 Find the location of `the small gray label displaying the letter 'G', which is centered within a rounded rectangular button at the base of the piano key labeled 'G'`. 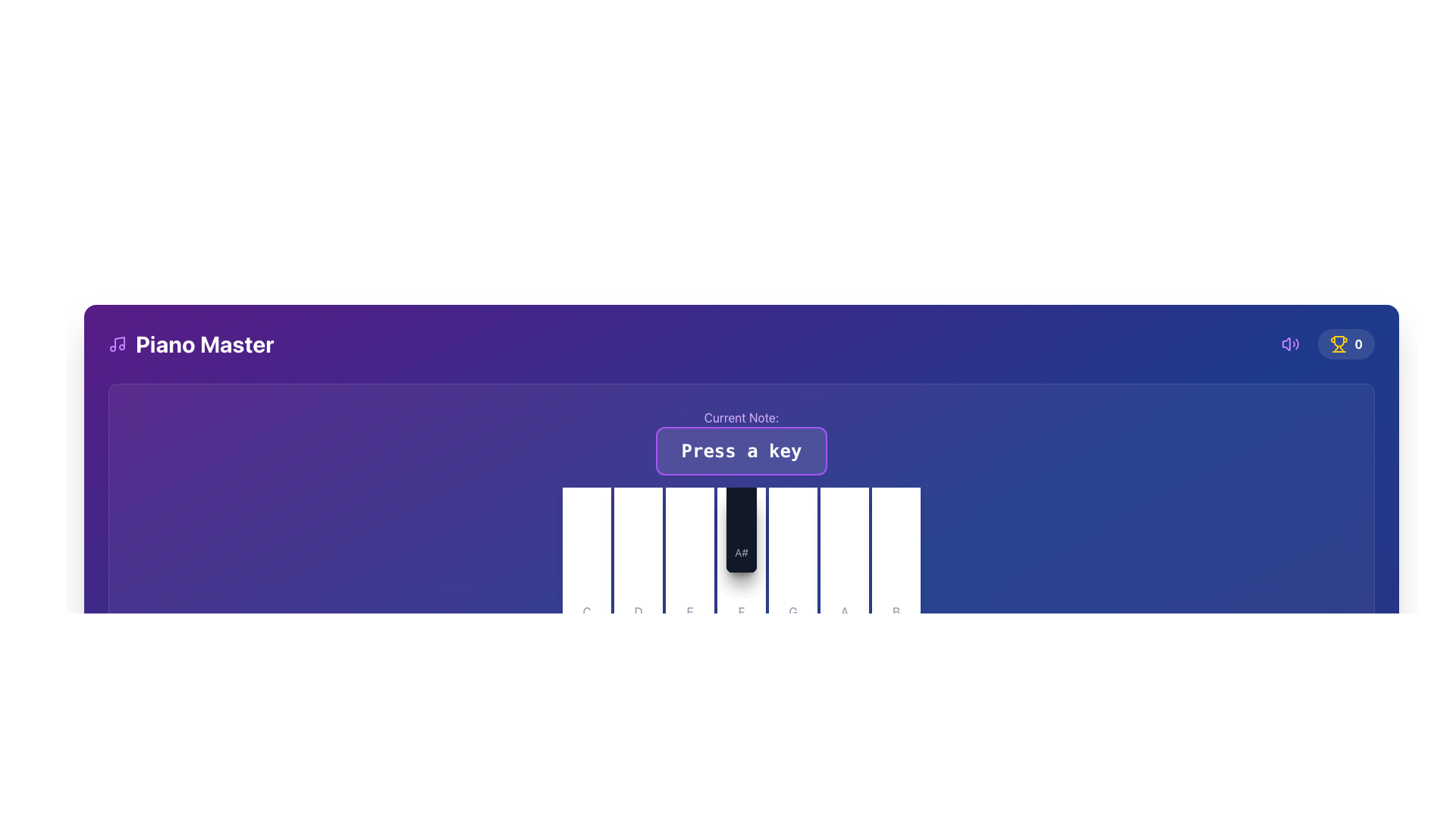

the small gray label displaying the letter 'G', which is centered within a rounded rectangular button at the base of the piano key labeled 'G' is located at coordinates (792, 610).